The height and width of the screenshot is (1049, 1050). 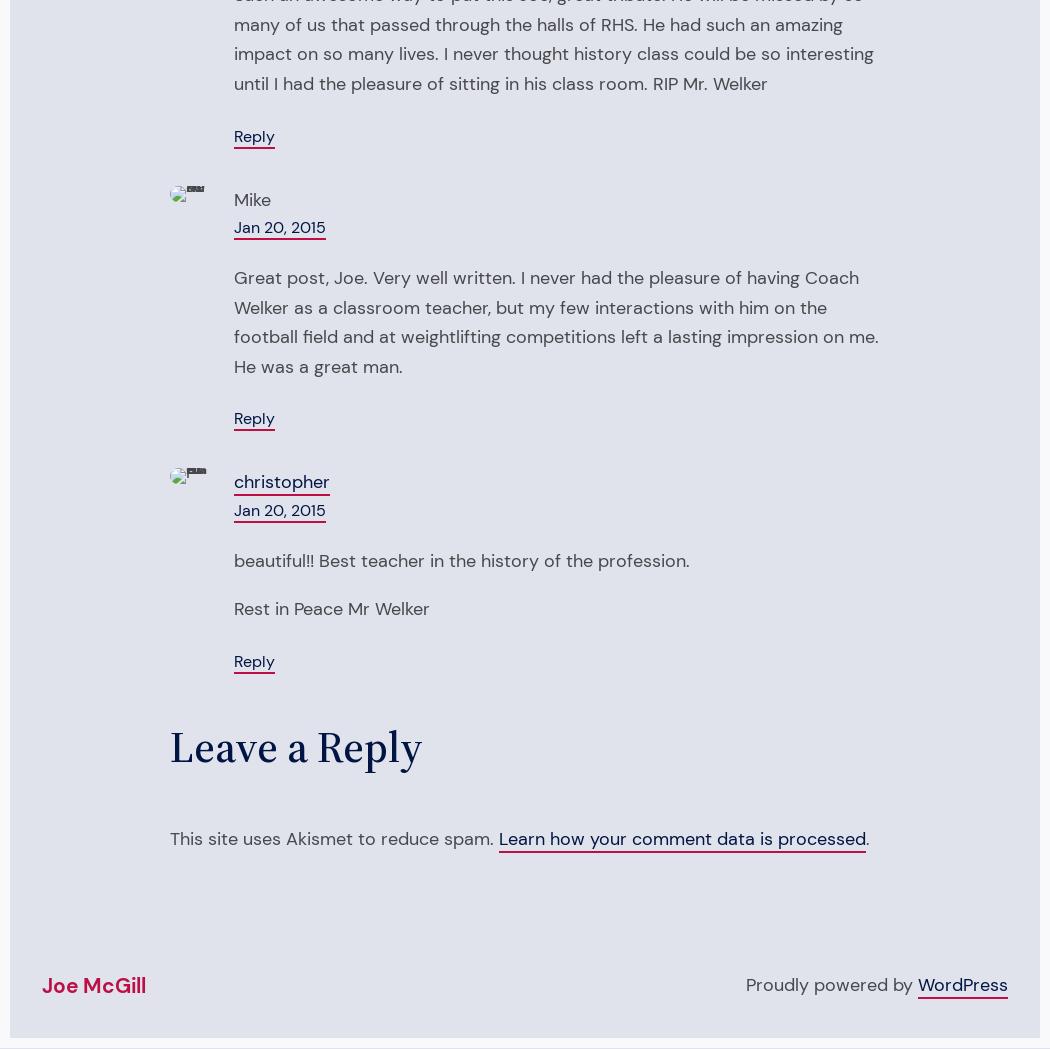 What do you see at coordinates (281, 482) in the screenshot?
I see `'christopher'` at bounding box center [281, 482].